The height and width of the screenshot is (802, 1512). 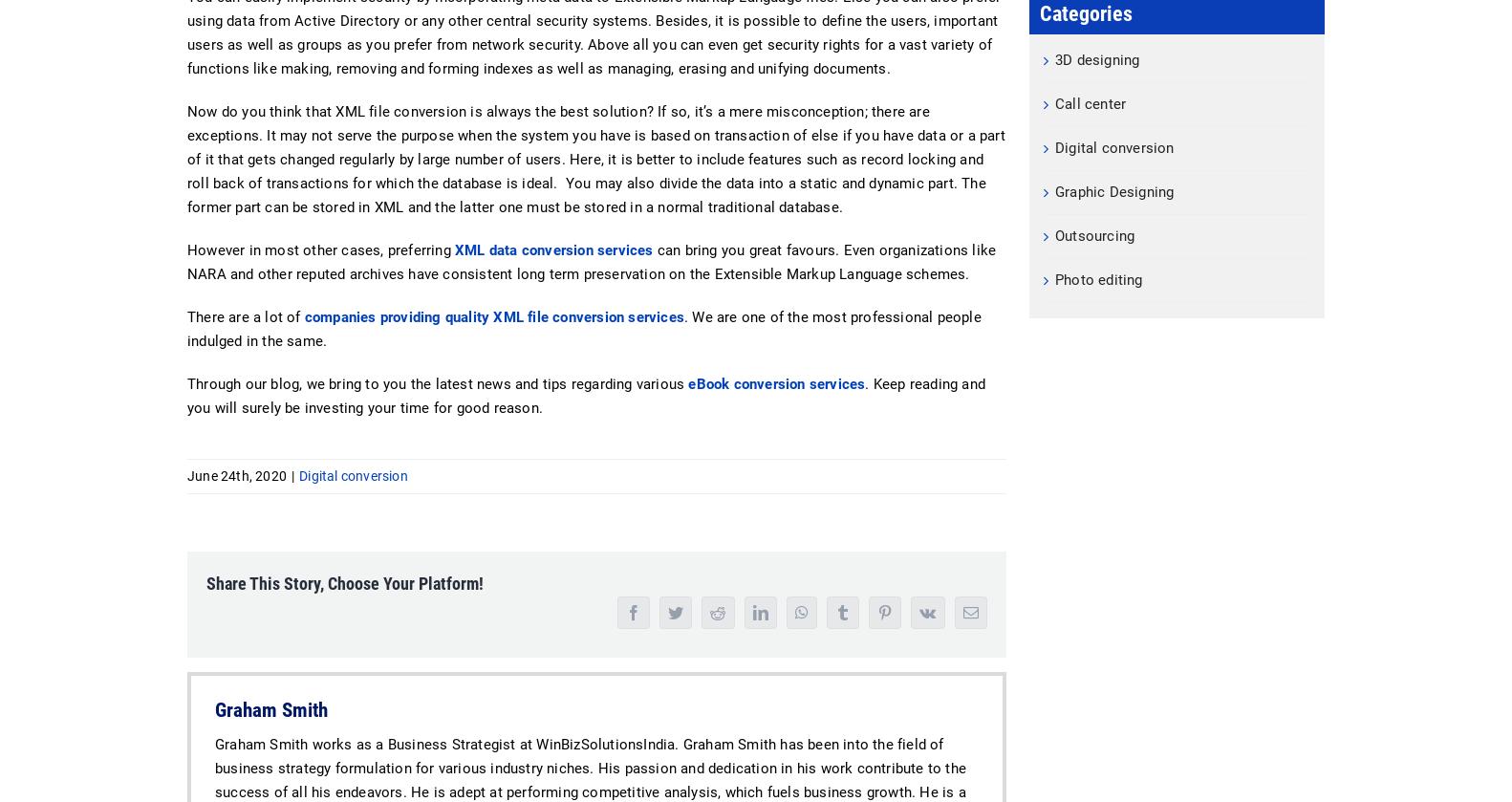 I want to click on 'can bring you great favours. Even organizations like NARA and other reputed archives have consistent long term preservation on the Extensible Markup Language schemes.', so click(x=591, y=262).